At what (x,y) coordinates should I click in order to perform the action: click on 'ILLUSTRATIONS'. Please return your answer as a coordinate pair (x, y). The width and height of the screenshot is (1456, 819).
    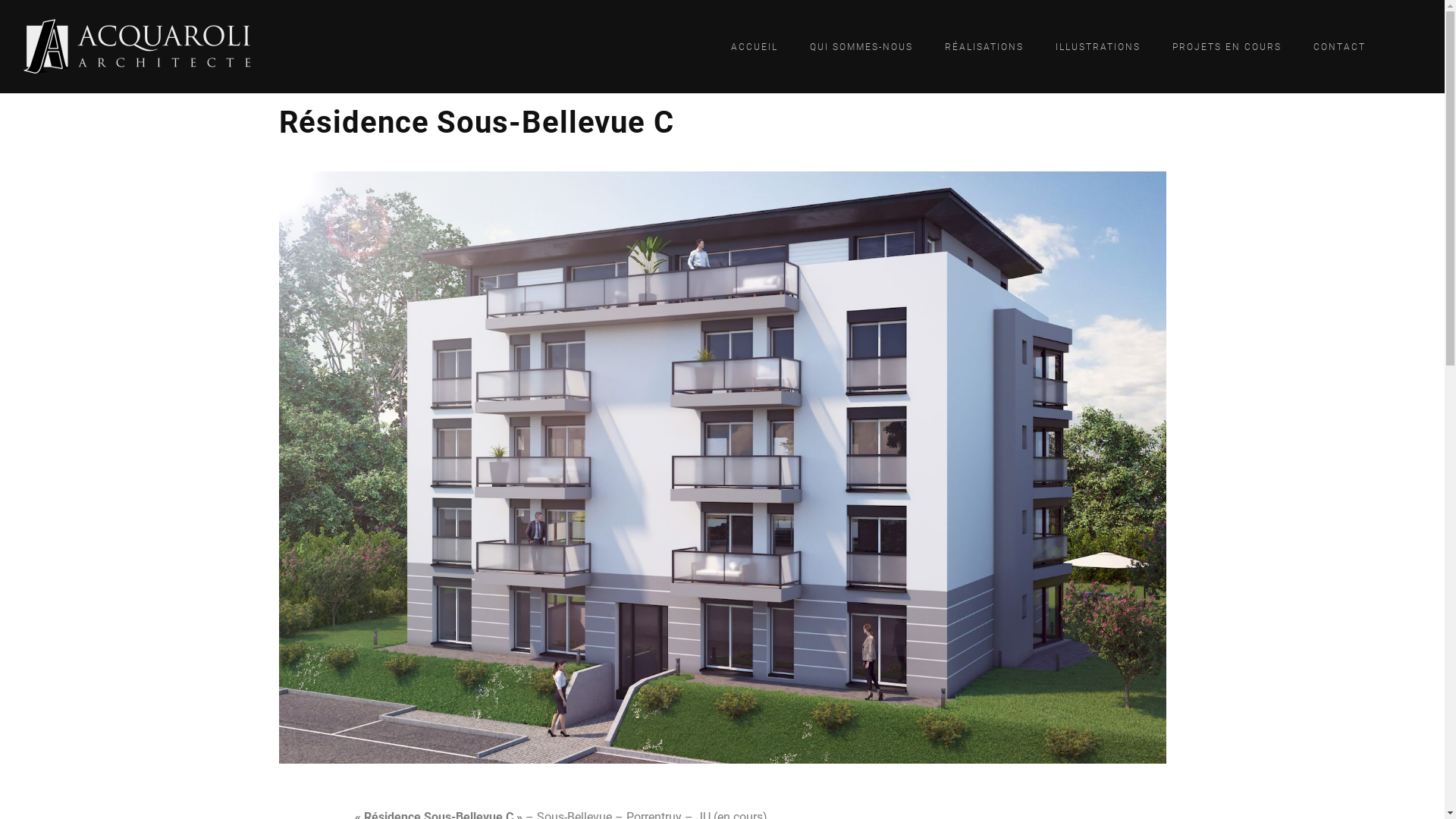
    Looking at the image, I should click on (1098, 45).